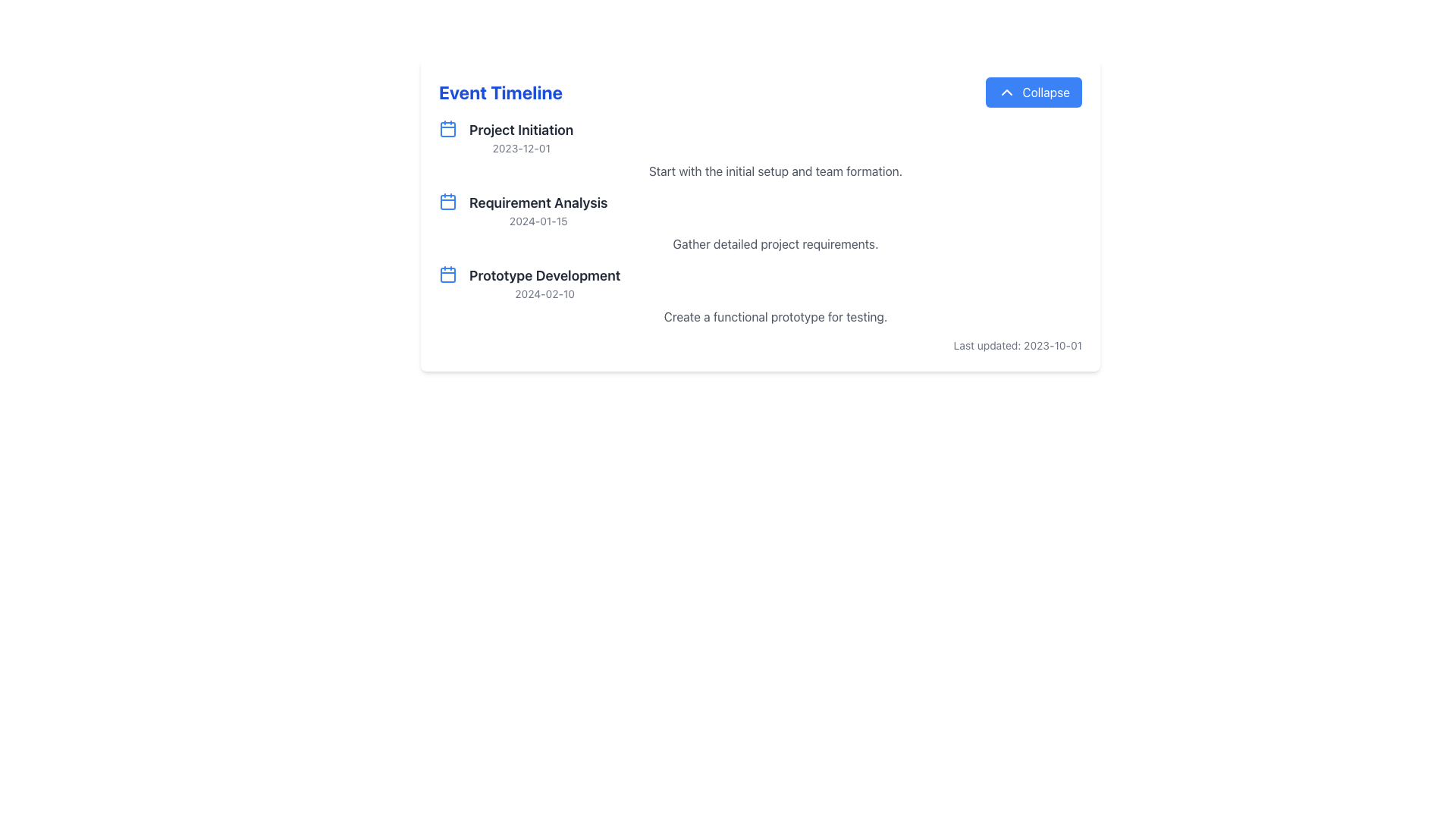 The width and height of the screenshot is (1456, 819). What do you see at coordinates (538, 210) in the screenshot?
I see `the milestone event display element located in the second position of a vertically arranged list, which includes a title and subtitle indicating the event name and scheduled date` at bounding box center [538, 210].